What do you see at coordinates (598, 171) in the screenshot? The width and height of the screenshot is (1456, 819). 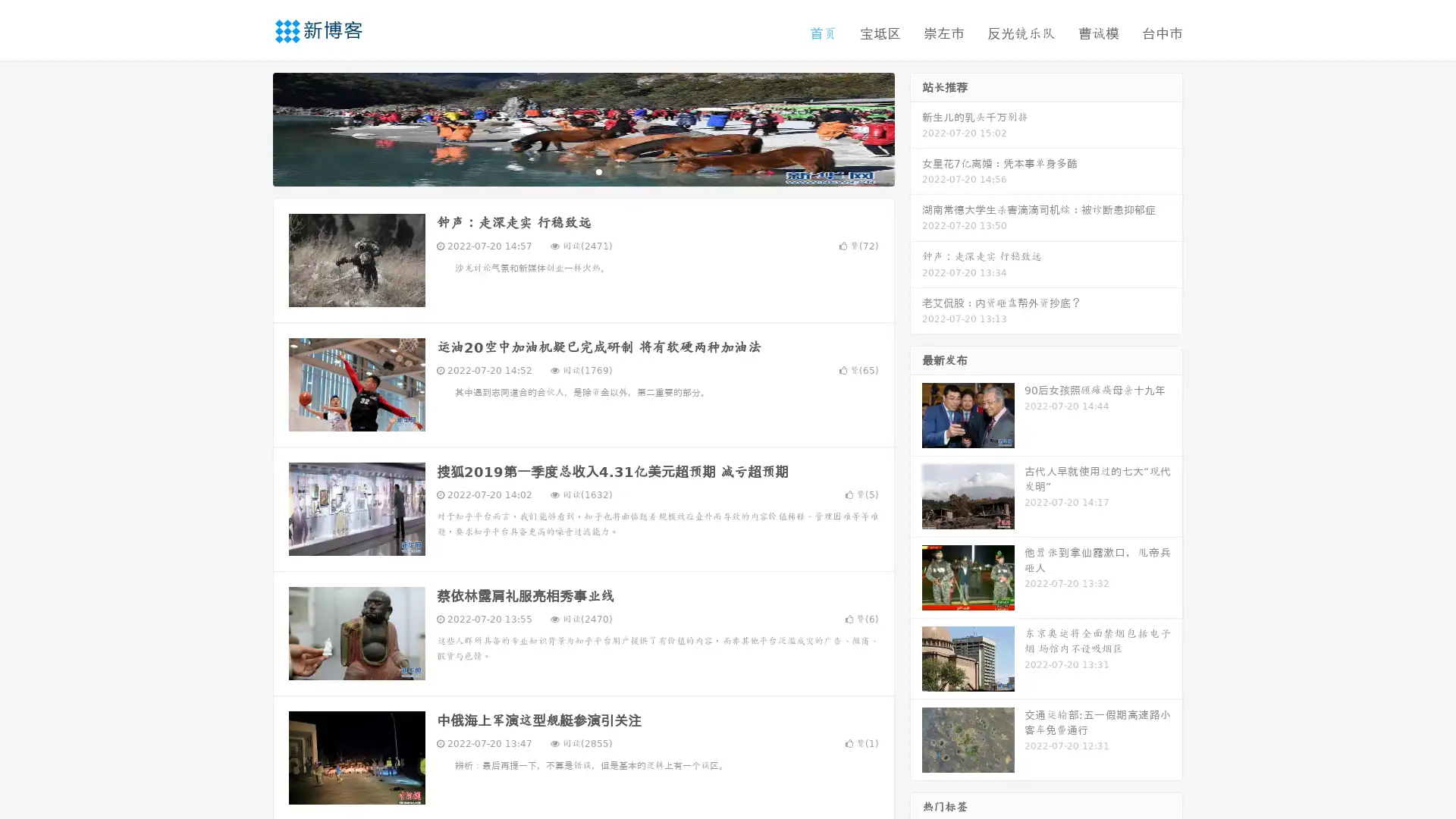 I see `Go to slide 3` at bounding box center [598, 171].